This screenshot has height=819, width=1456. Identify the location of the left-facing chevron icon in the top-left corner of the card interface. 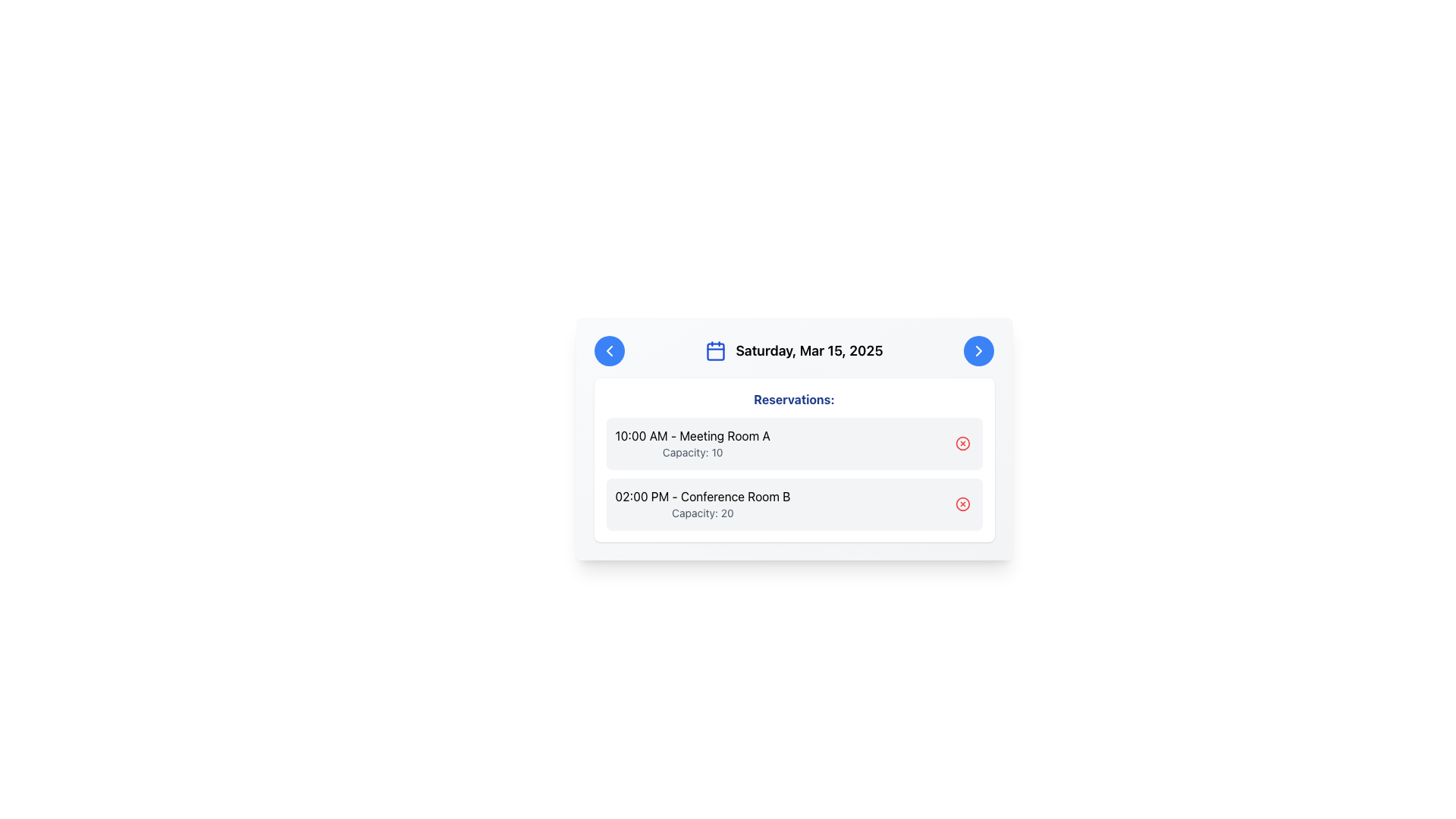
(609, 350).